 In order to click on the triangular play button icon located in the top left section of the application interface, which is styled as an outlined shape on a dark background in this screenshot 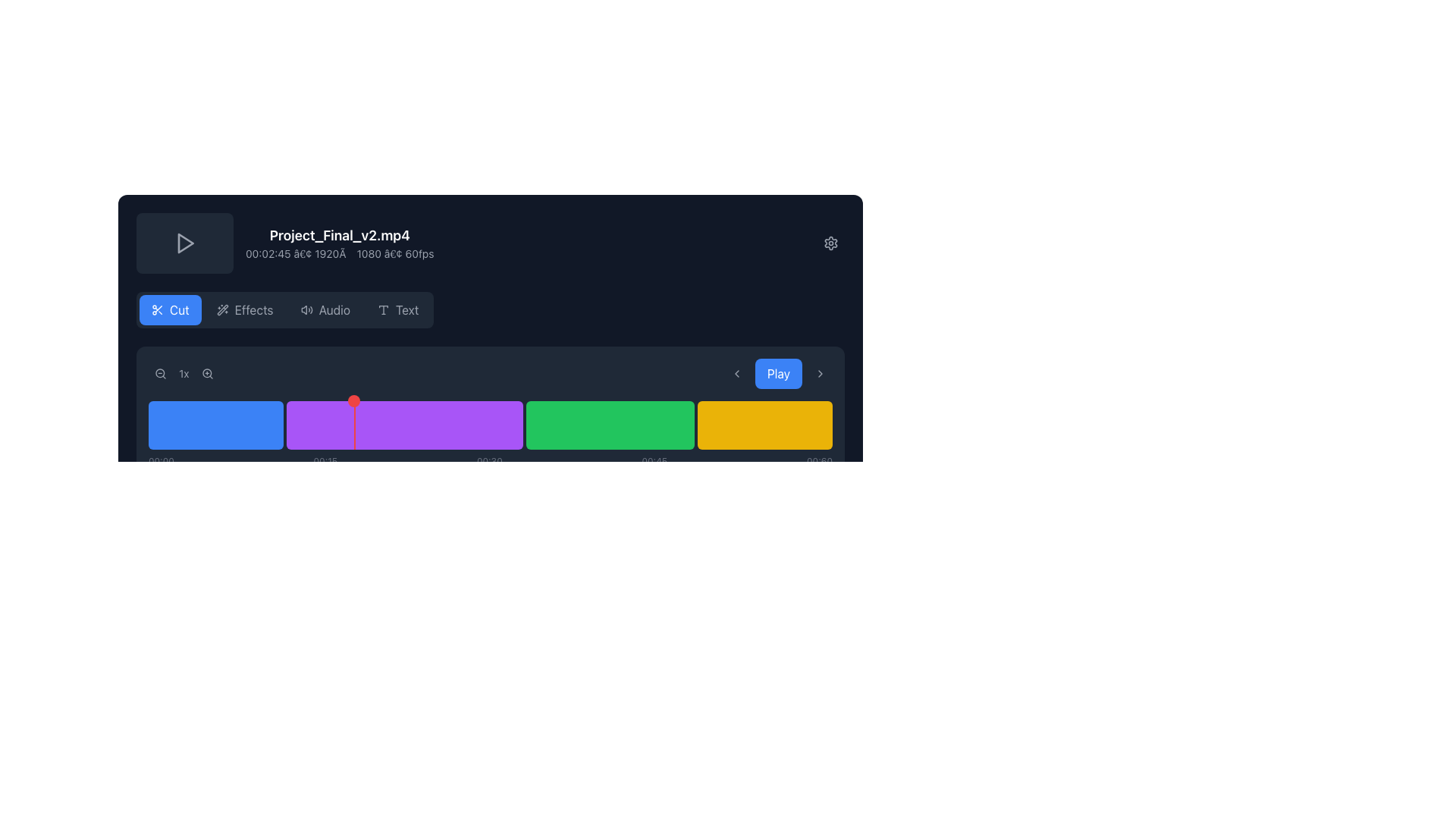, I will do `click(185, 242)`.